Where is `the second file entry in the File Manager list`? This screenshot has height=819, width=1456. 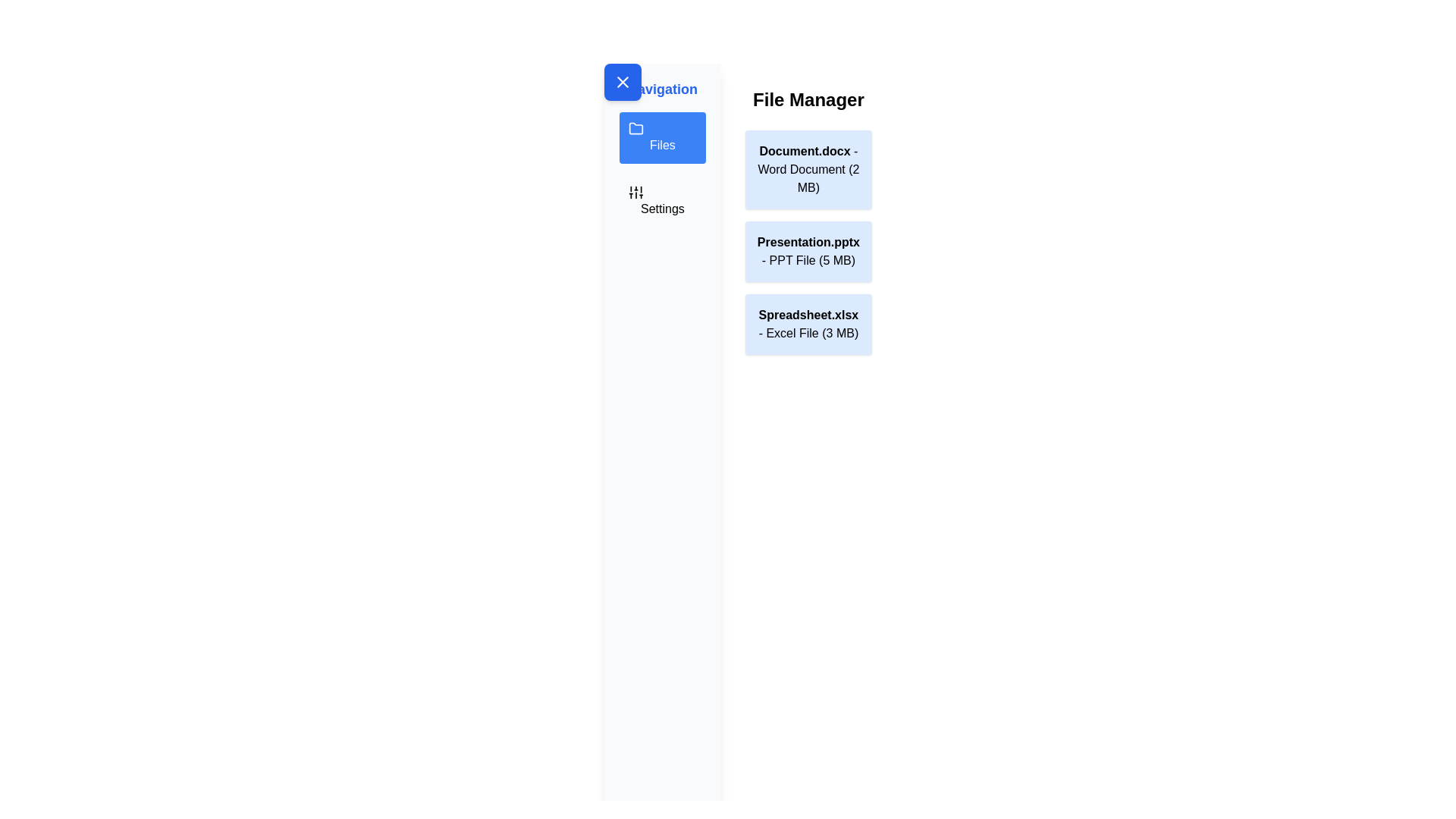
the second file entry in the File Manager list is located at coordinates (808, 221).